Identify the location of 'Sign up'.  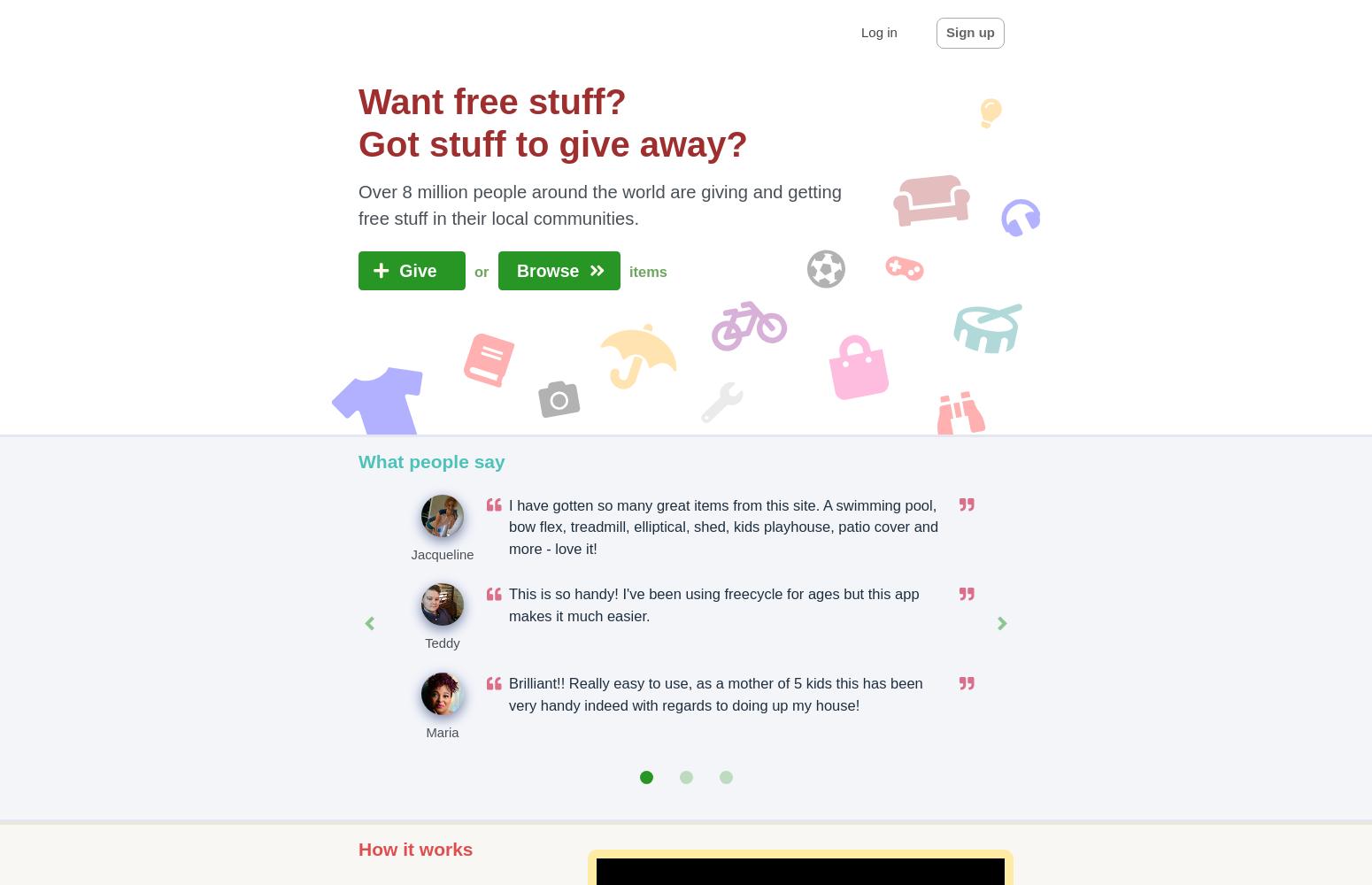
(969, 32).